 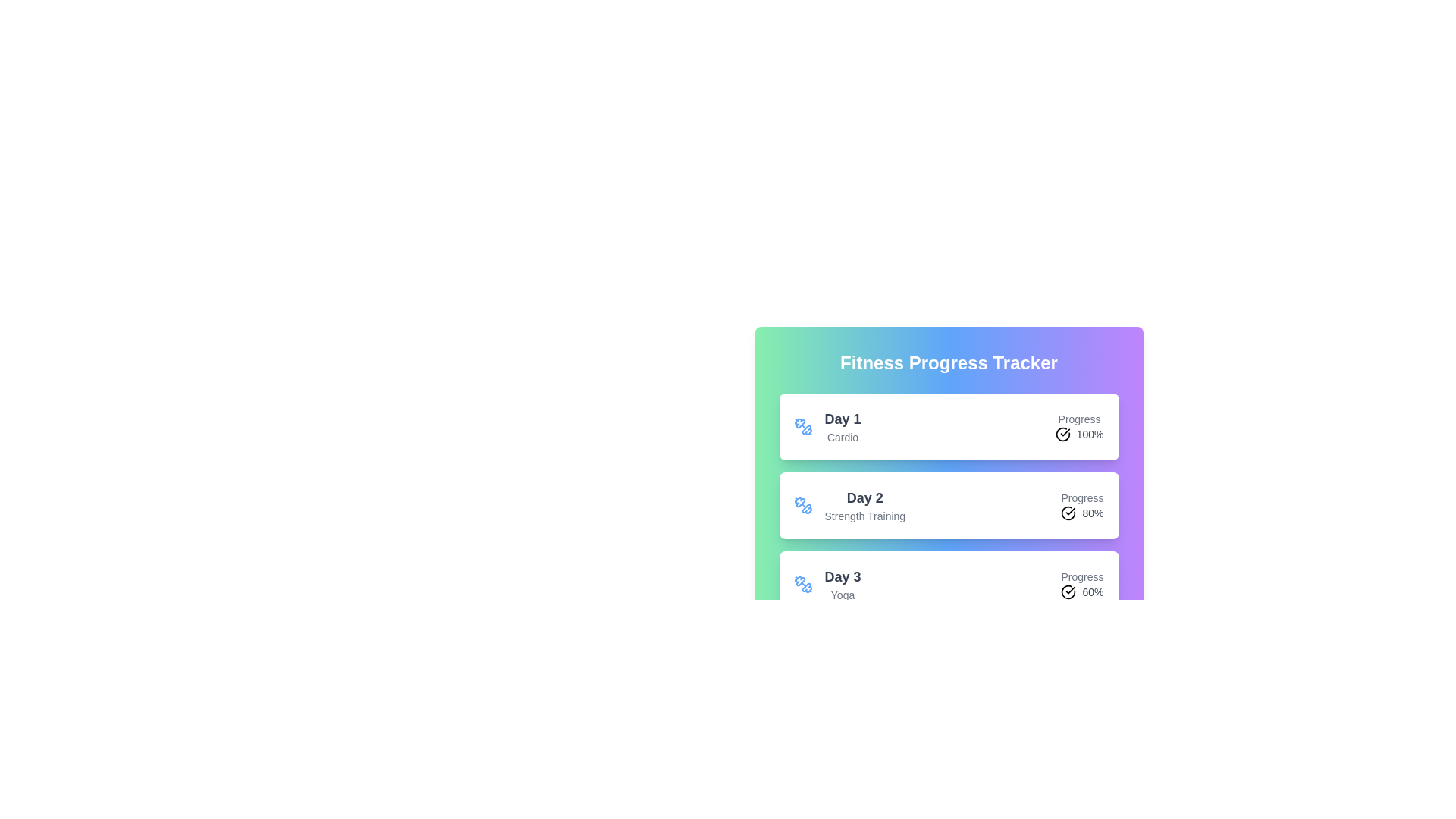 What do you see at coordinates (948, 427) in the screenshot?
I see `the workout item for Day 1 to view its details` at bounding box center [948, 427].